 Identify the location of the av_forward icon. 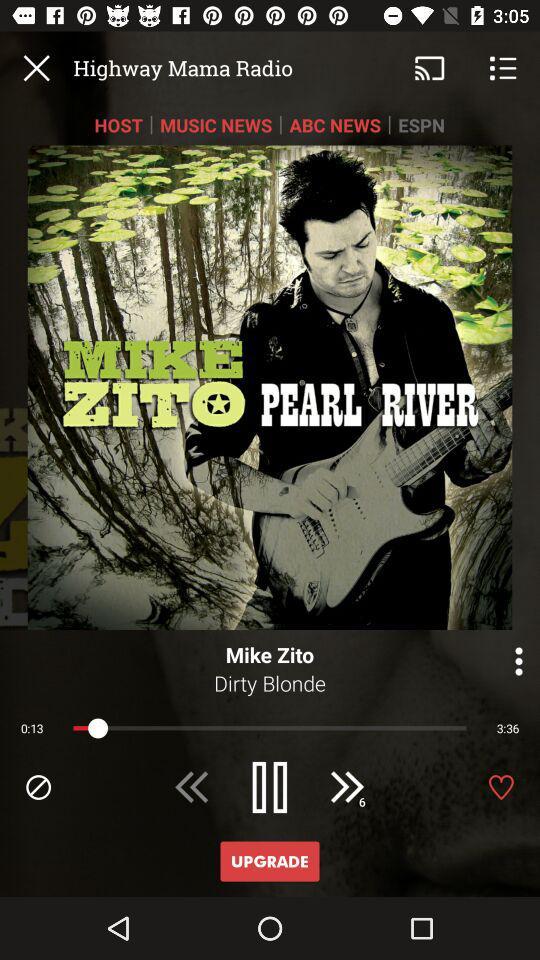
(346, 787).